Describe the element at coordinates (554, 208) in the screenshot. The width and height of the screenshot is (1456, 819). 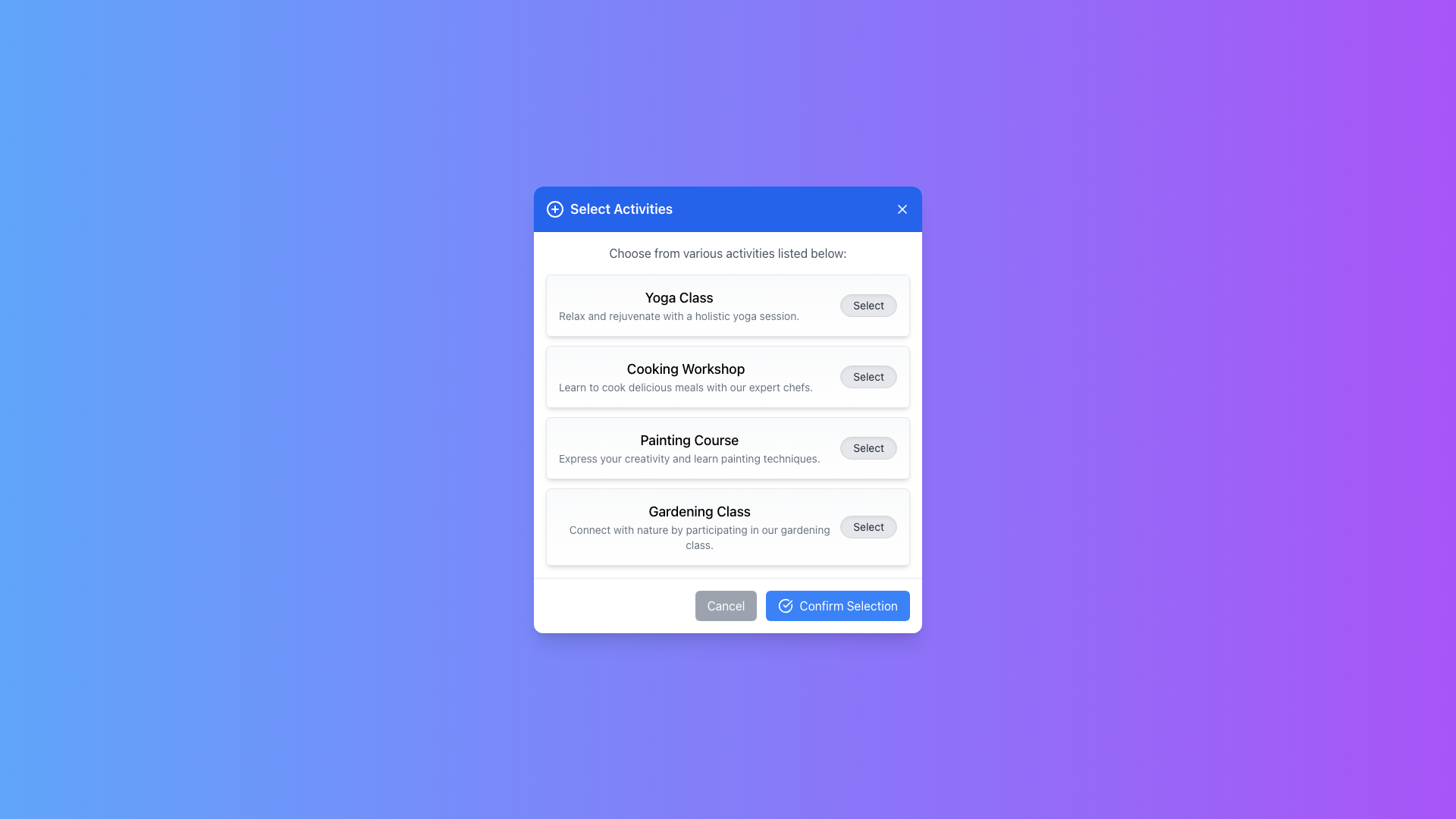
I see `the icon depicting a circle with a plus sign, located to the left of the 'Select Activities' heading` at that location.